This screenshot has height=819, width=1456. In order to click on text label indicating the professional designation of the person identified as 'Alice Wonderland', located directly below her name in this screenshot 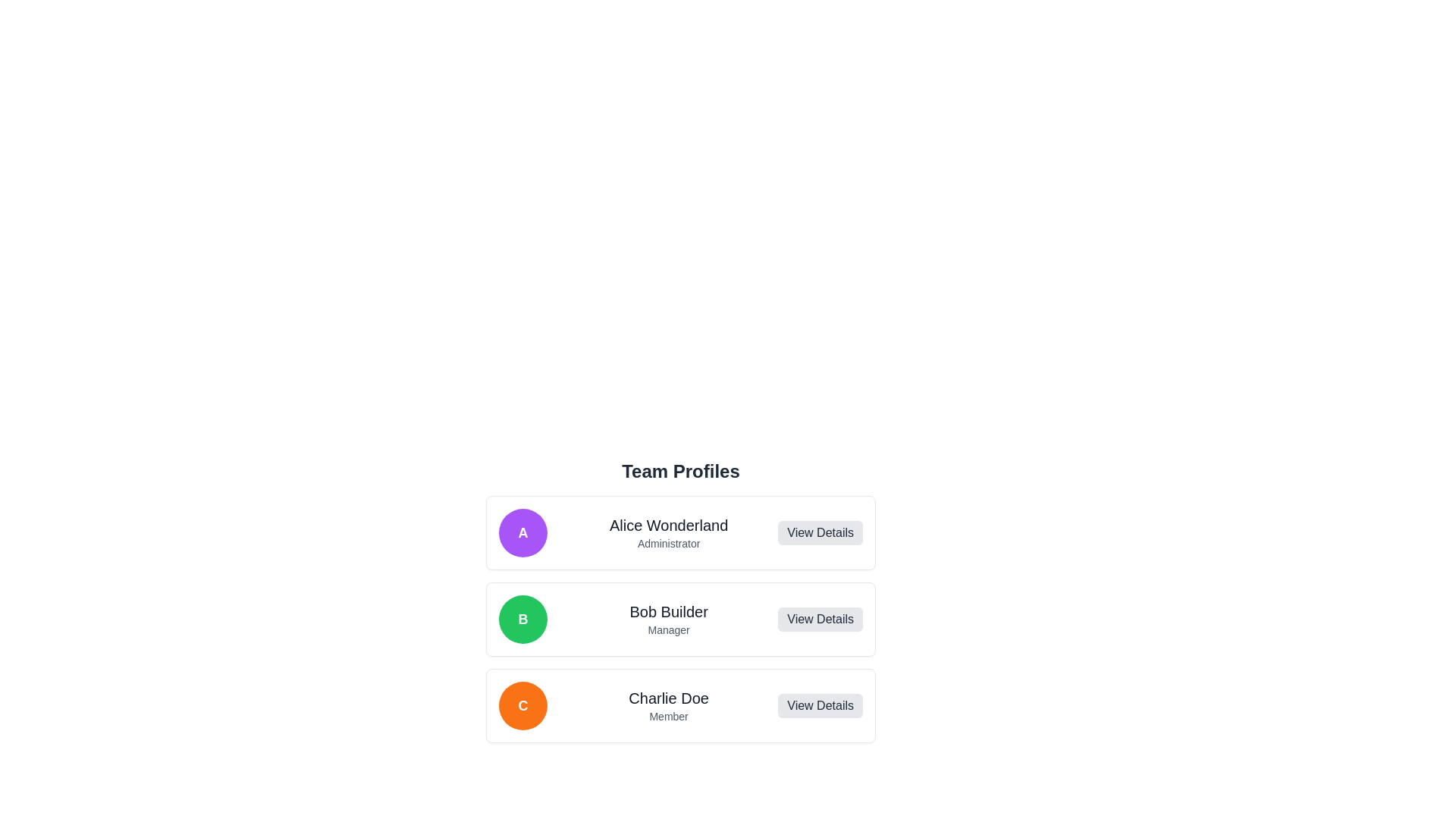, I will do `click(668, 543)`.